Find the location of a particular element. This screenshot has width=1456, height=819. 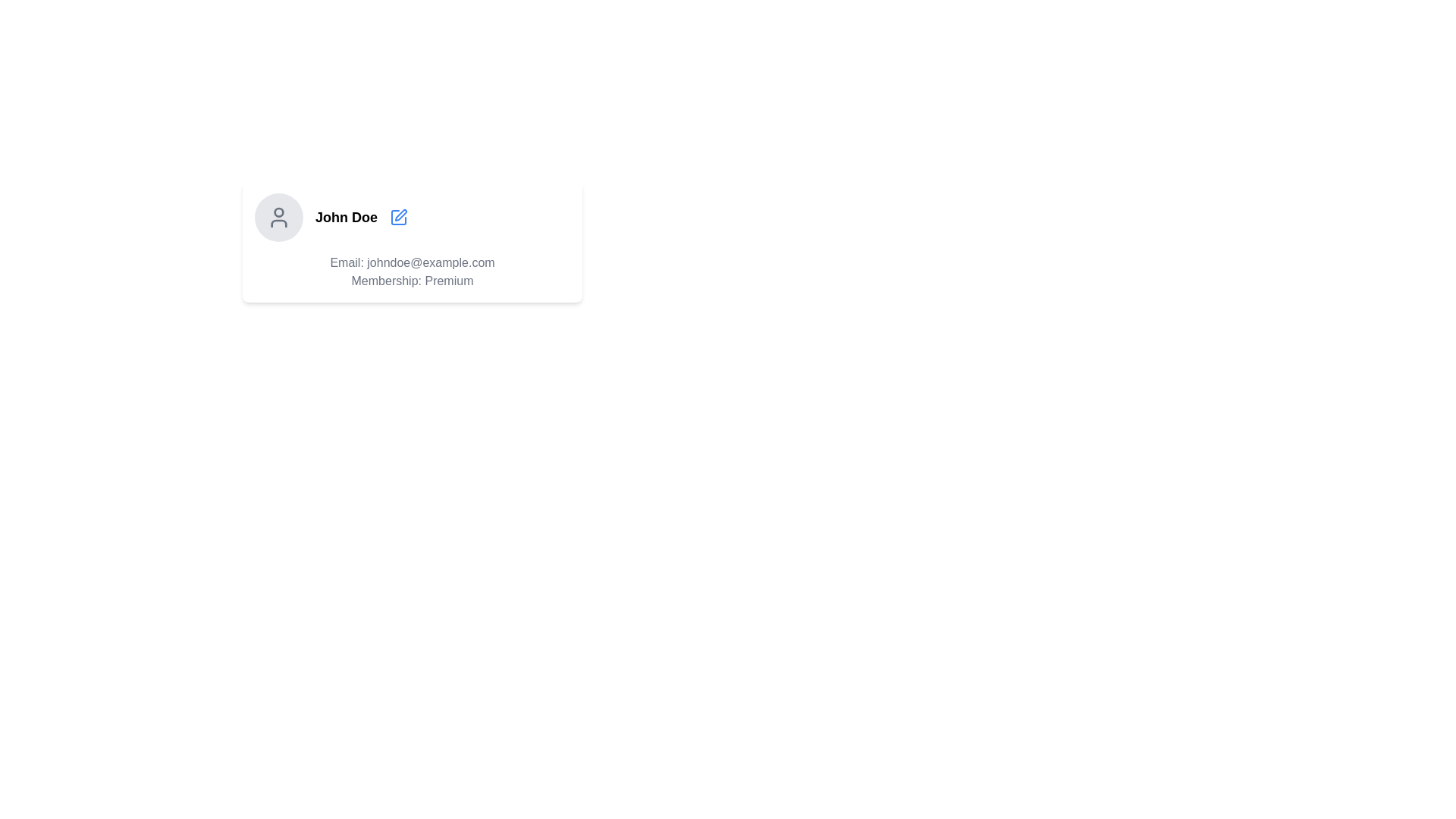

the blue pen icon located to the right of the name 'John Doe' to initiate editing is located at coordinates (400, 215).